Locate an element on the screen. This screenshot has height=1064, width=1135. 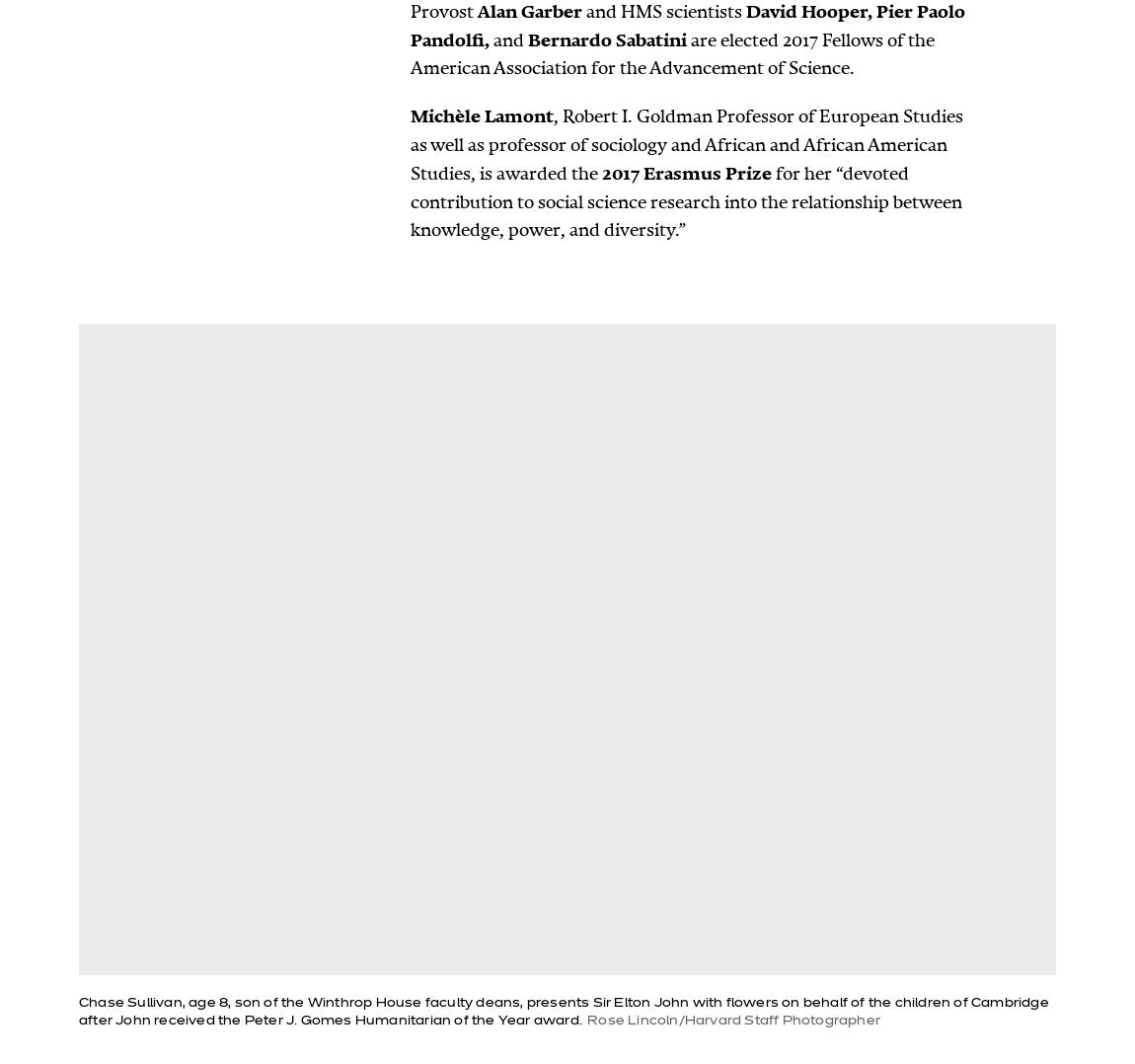
'and HMS scientists' is located at coordinates (662, 9).